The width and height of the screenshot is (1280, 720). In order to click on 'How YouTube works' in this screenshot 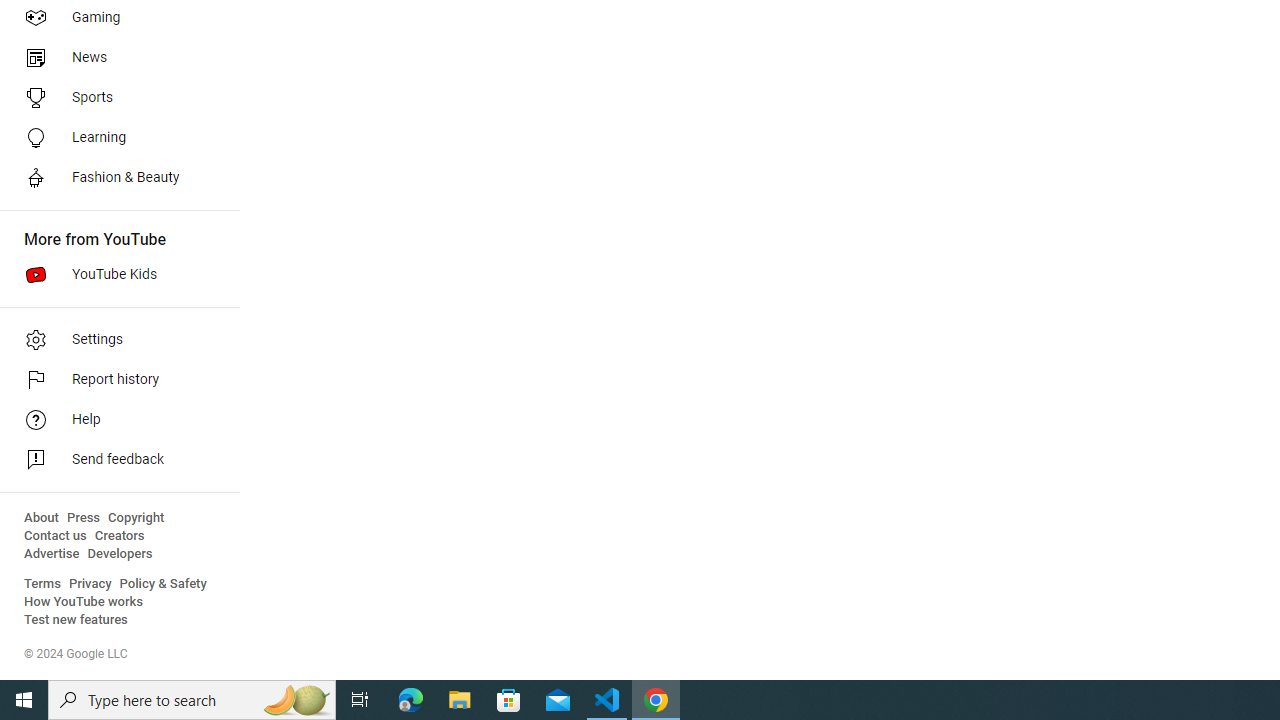, I will do `click(82, 601)`.